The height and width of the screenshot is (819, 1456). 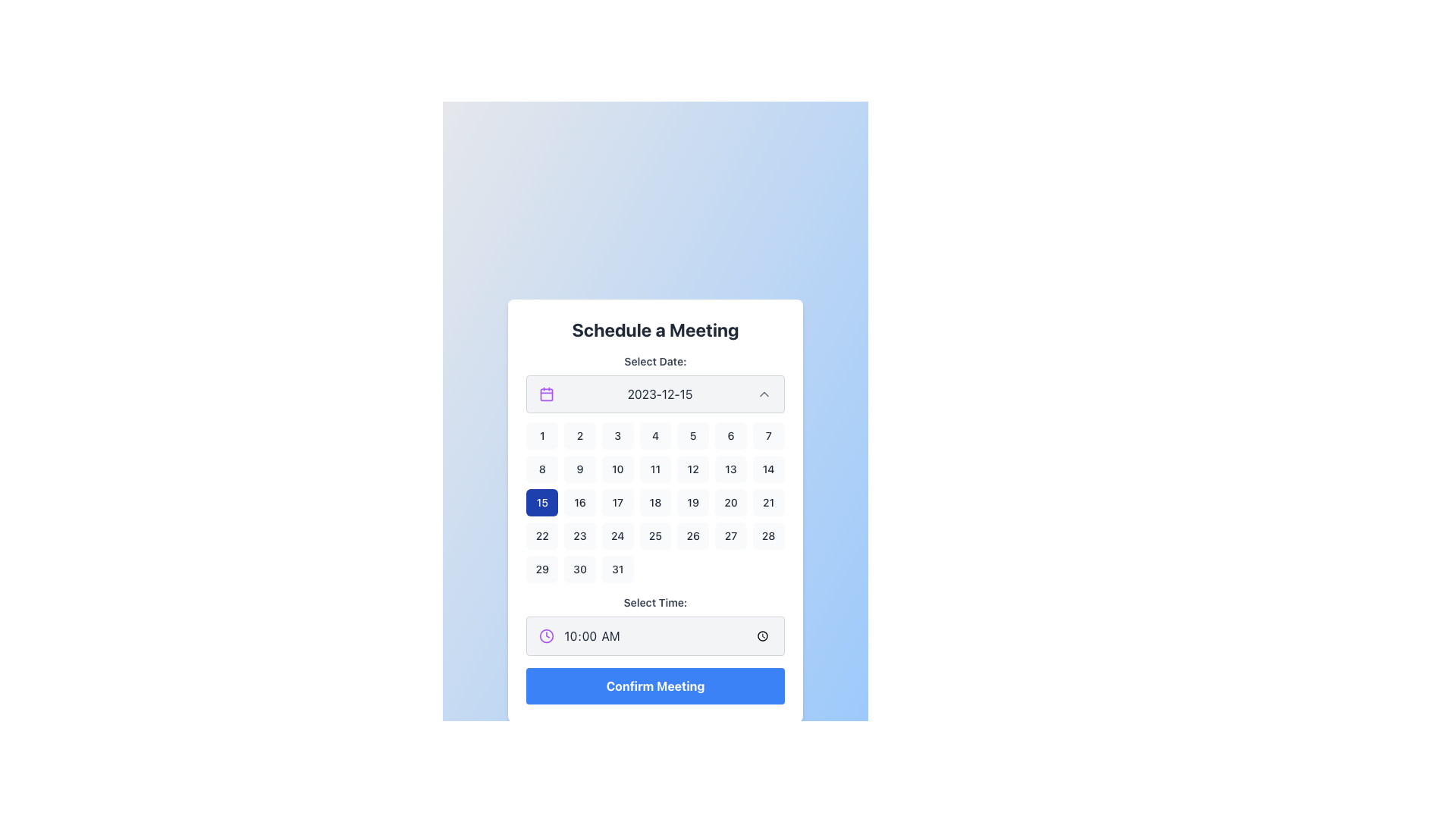 What do you see at coordinates (542, 570) in the screenshot?
I see `the '29' button in the calendar grid` at bounding box center [542, 570].